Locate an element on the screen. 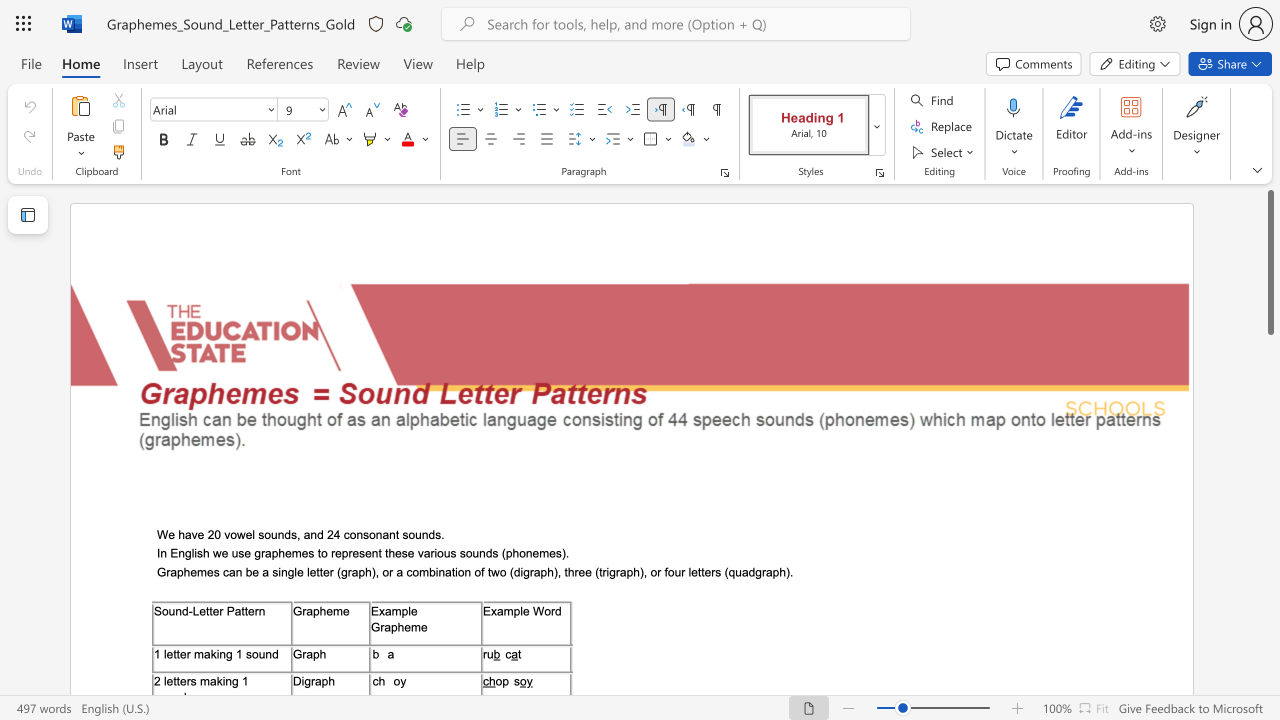  the vertical scrollbar to lower the page content is located at coordinates (1269, 418).